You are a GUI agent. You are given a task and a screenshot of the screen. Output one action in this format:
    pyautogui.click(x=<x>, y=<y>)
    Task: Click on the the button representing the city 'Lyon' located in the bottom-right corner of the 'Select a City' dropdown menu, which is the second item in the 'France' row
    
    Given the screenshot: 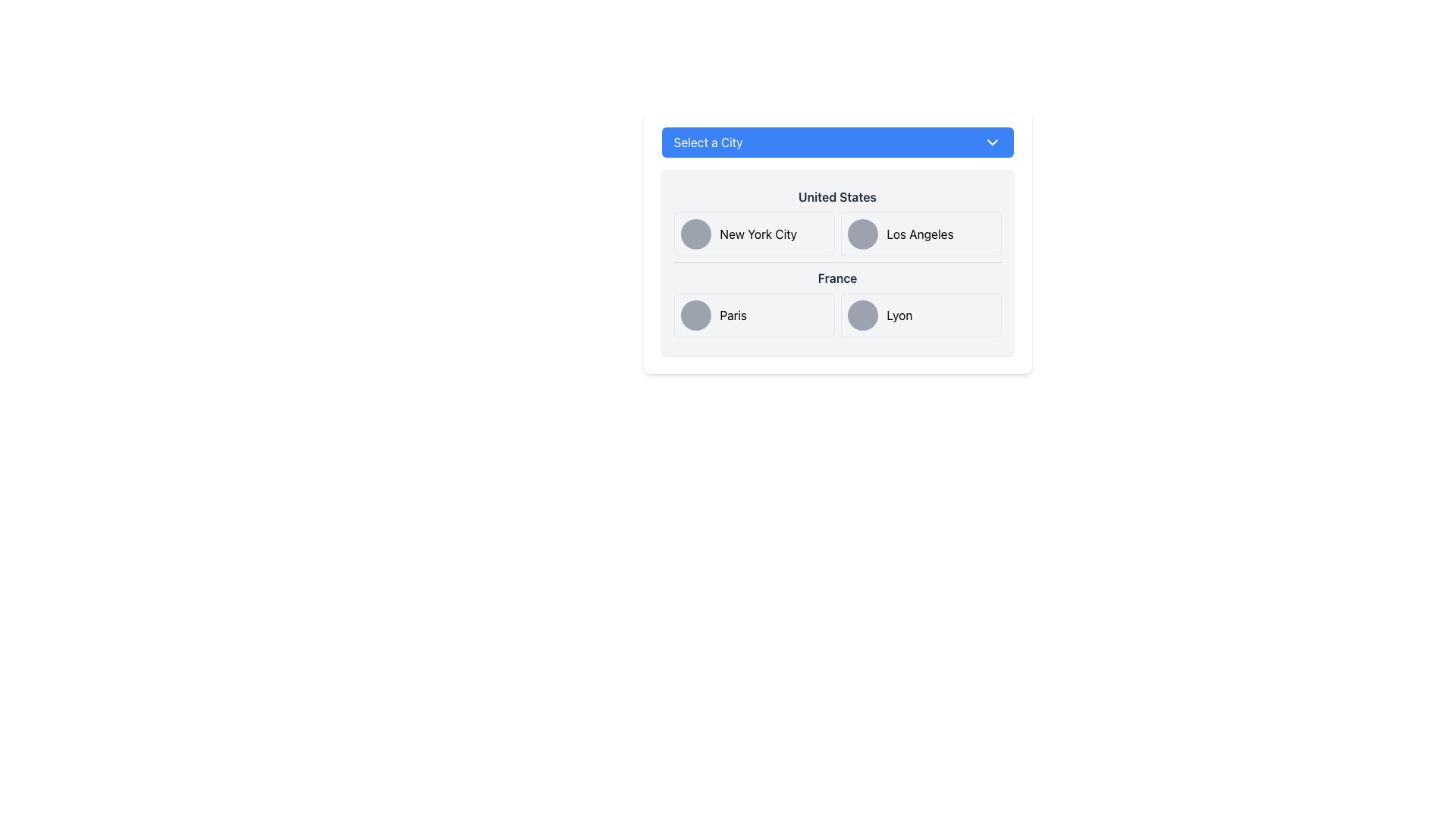 What is the action you would take?
    pyautogui.click(x=920, y=315)
    